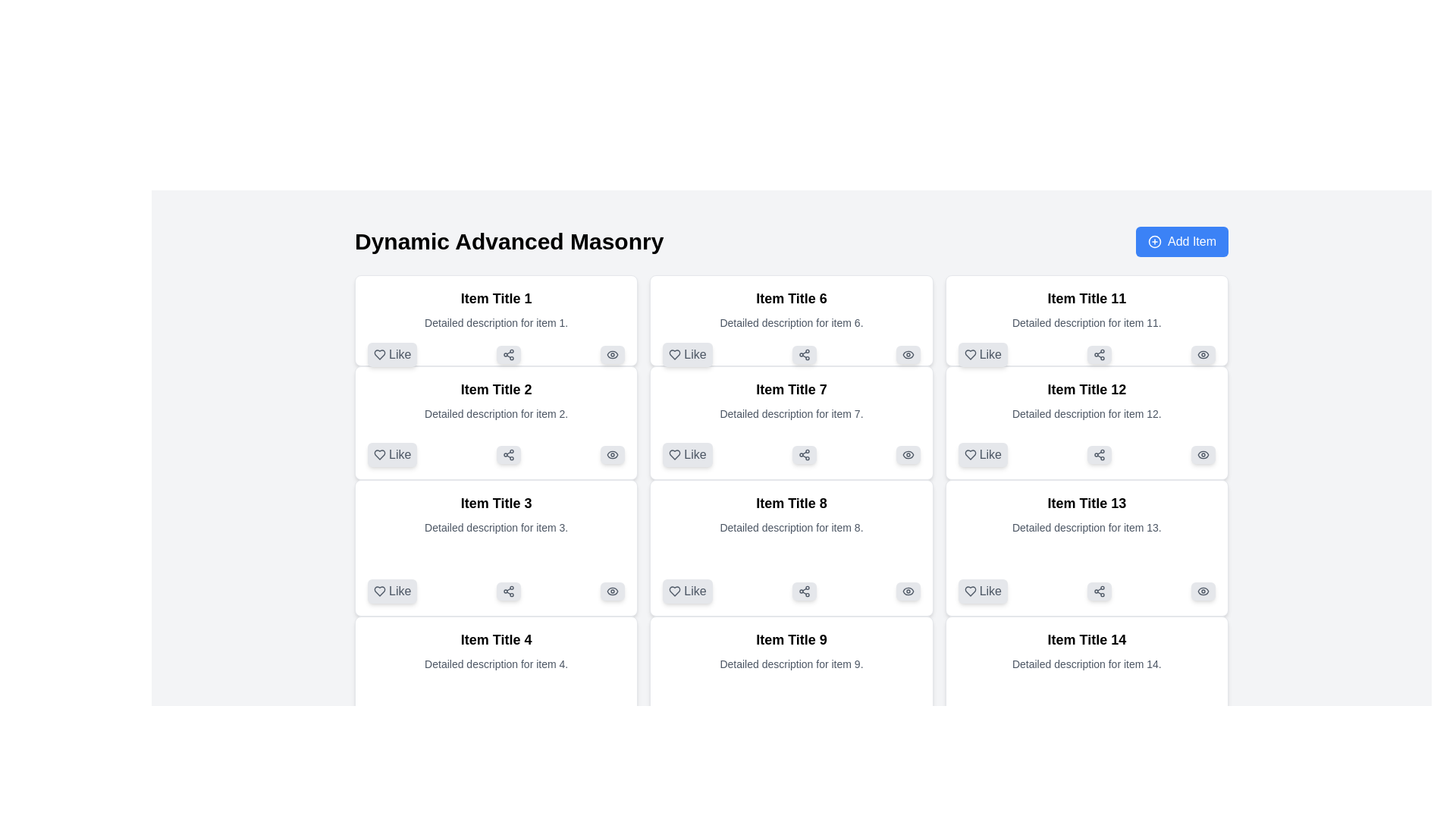 Image resolution: width=1456 pixels, height=819 pixels. Describe the element at coordinates (400, 454) in the screenshot. I see `the 'Like' button associated with the text label displaying 'Like', which is located within the box labeled 'Item Title 2'` at that location.